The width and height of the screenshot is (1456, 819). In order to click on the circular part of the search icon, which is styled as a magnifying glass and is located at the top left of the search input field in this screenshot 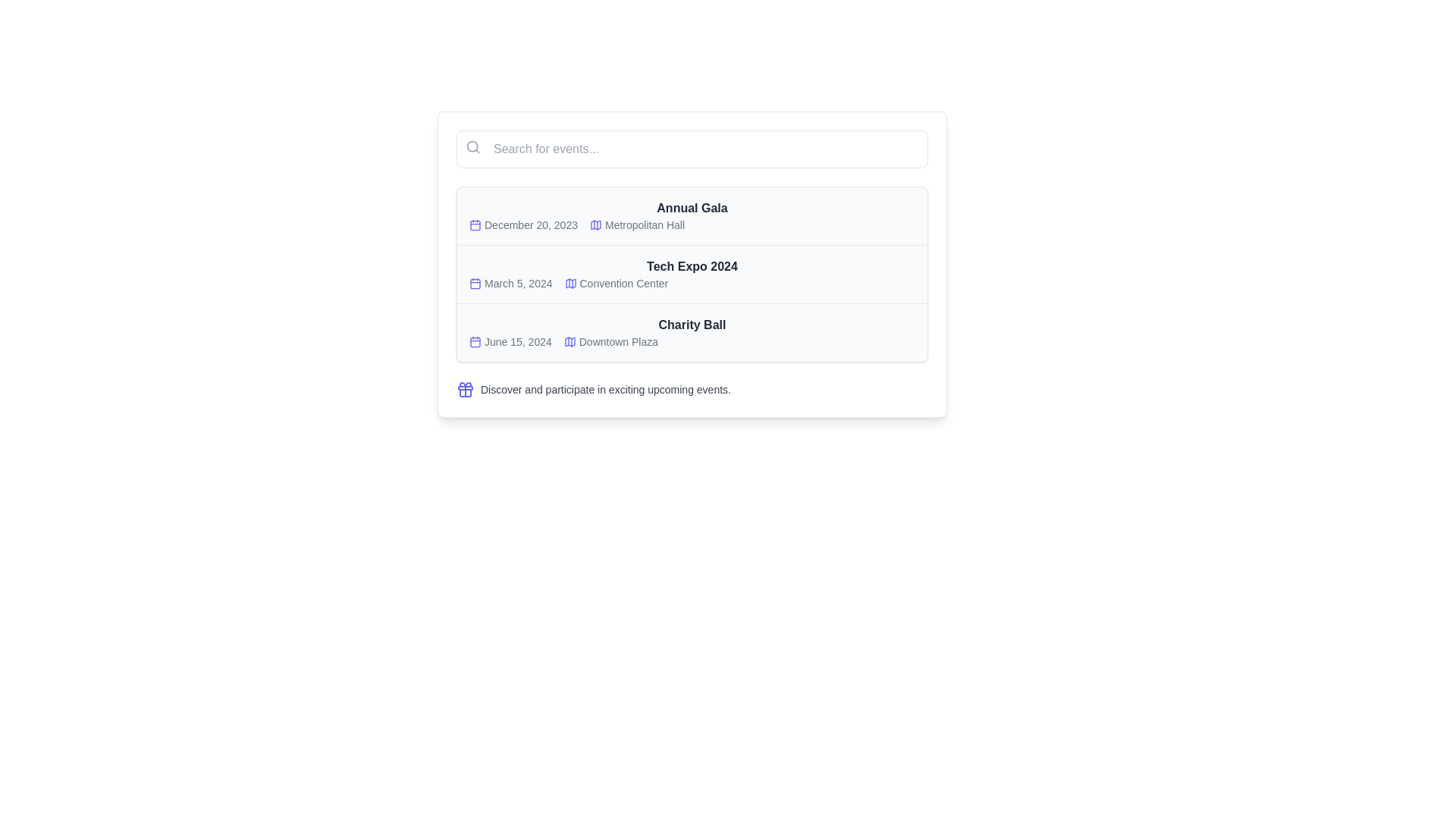, I will do `click(472, 146)`.